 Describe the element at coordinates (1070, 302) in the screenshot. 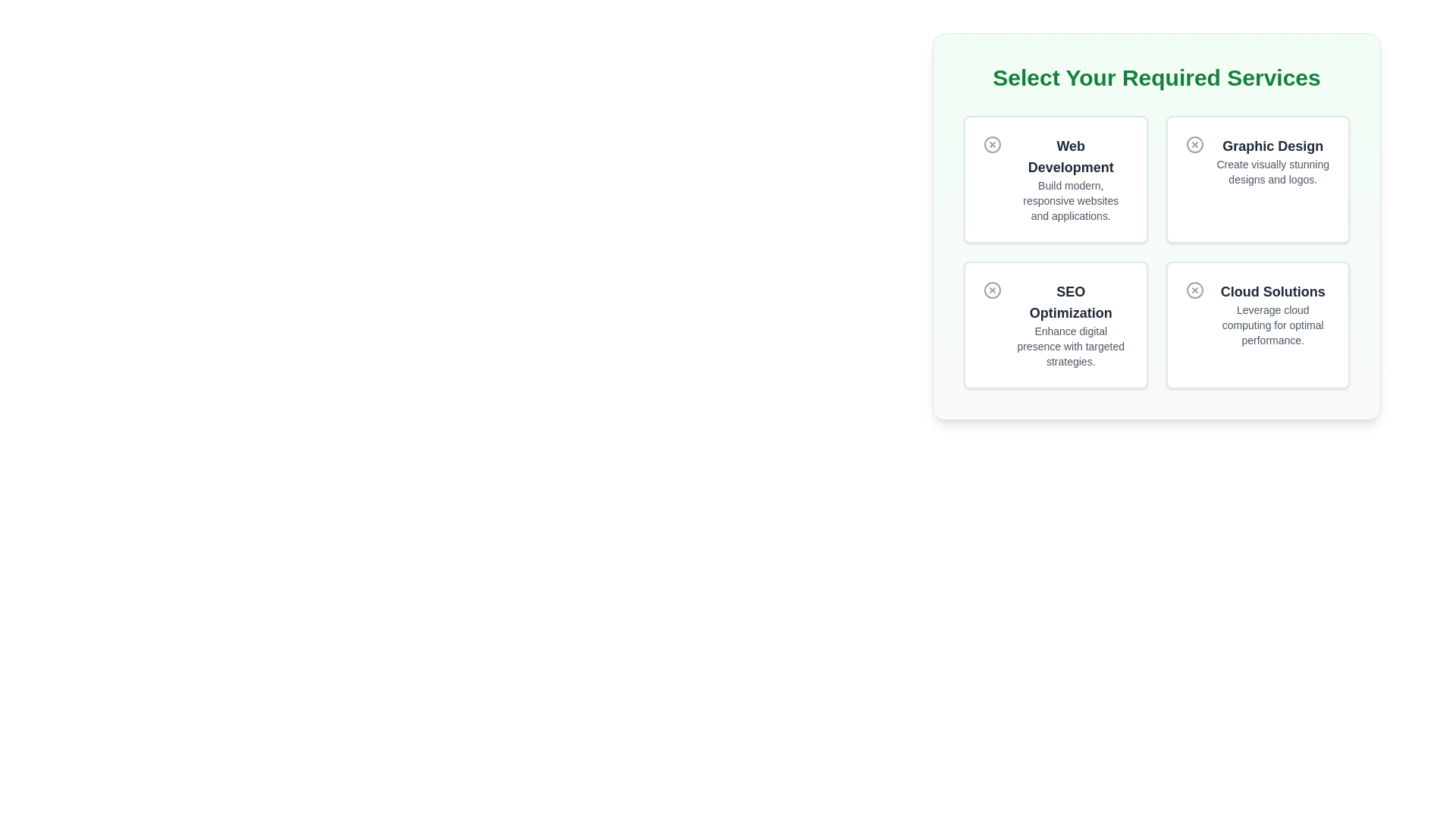

I see `text heading labeled 'SEO Optimization' located in the bottom-left cell of the grid layout` at that location.